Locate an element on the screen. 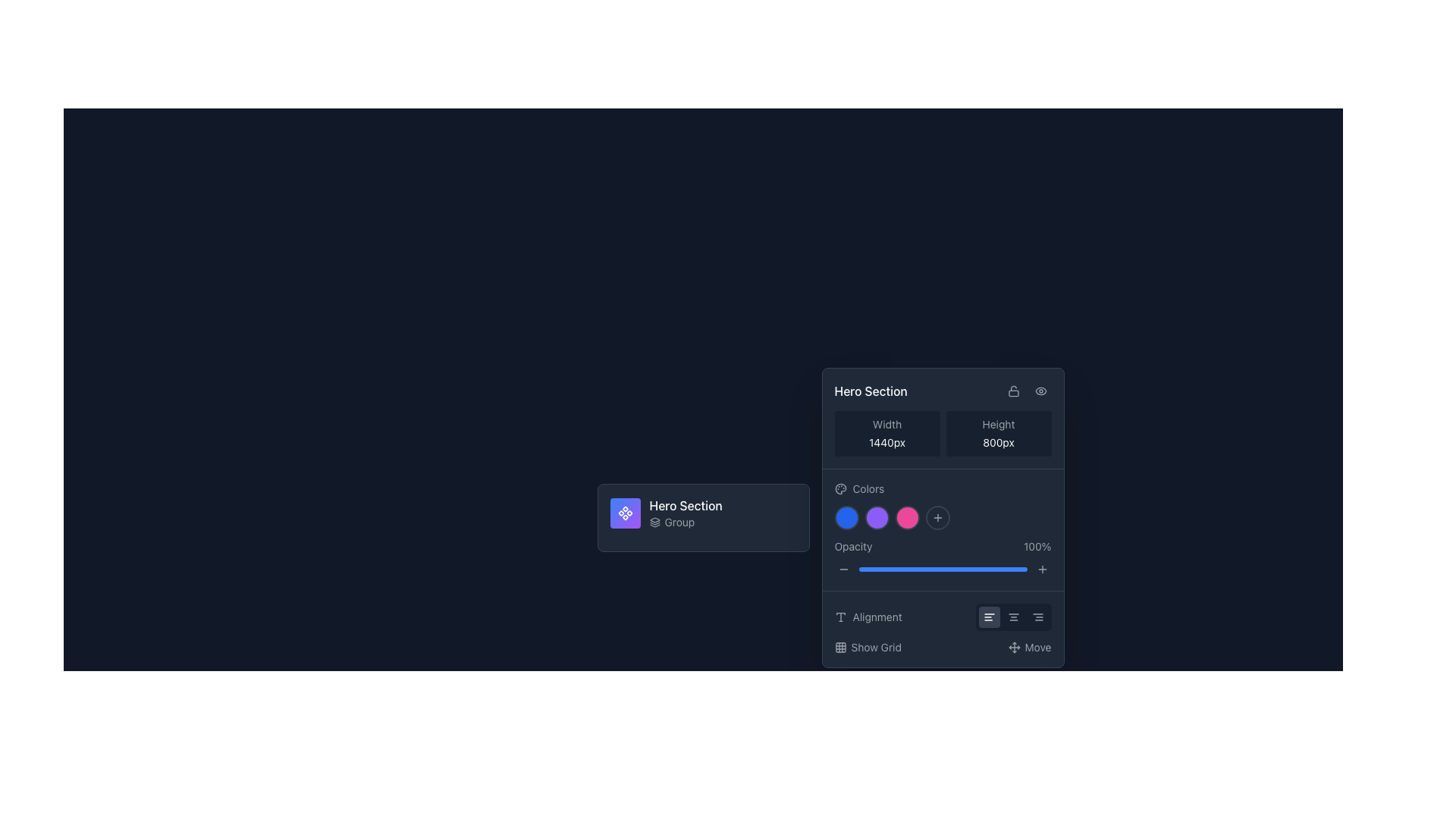  slider is located at coordinates (960, 570).